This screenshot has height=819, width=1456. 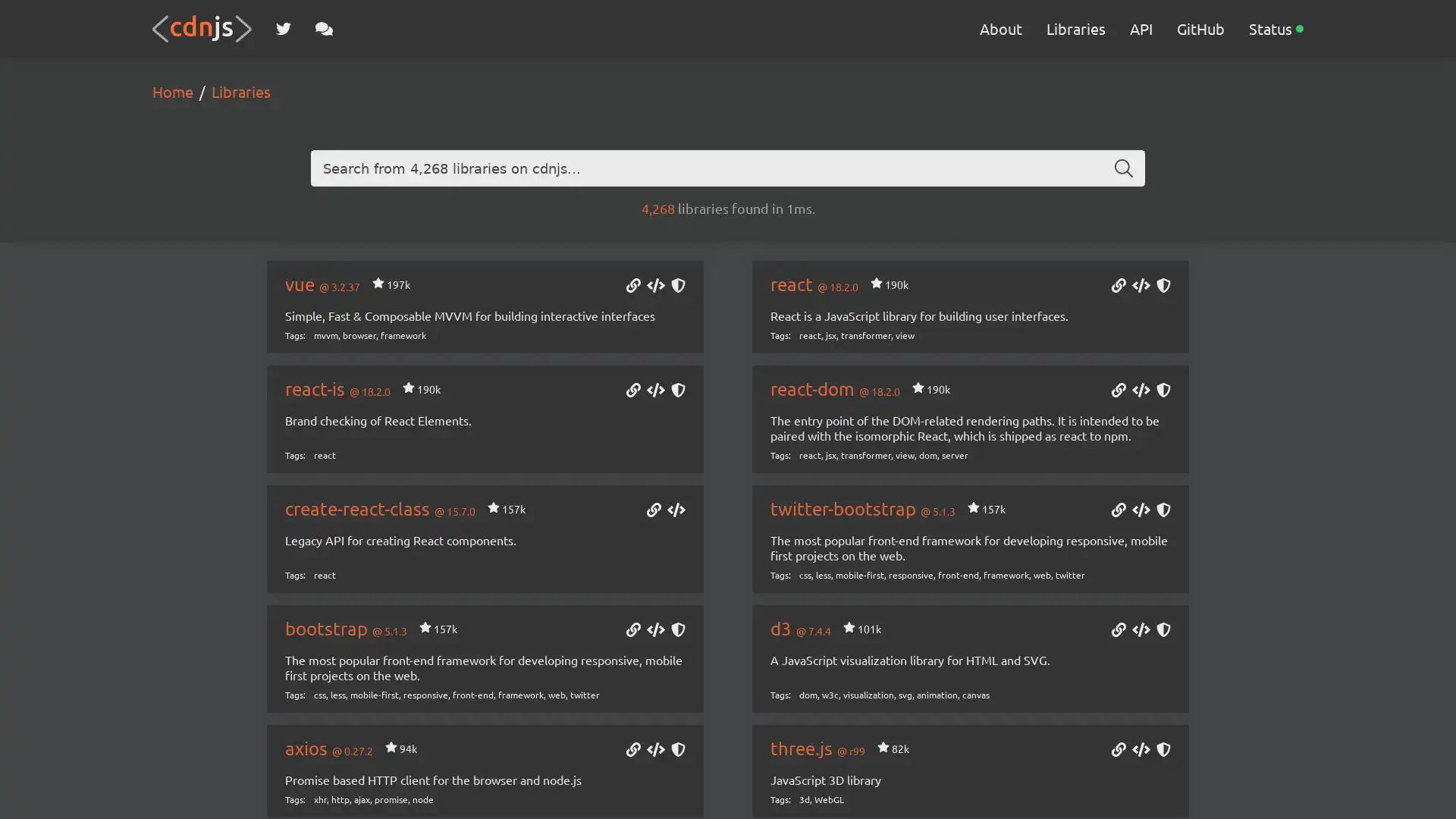 I want to click on Copy Script Tag, so click(x=1140, y=287).